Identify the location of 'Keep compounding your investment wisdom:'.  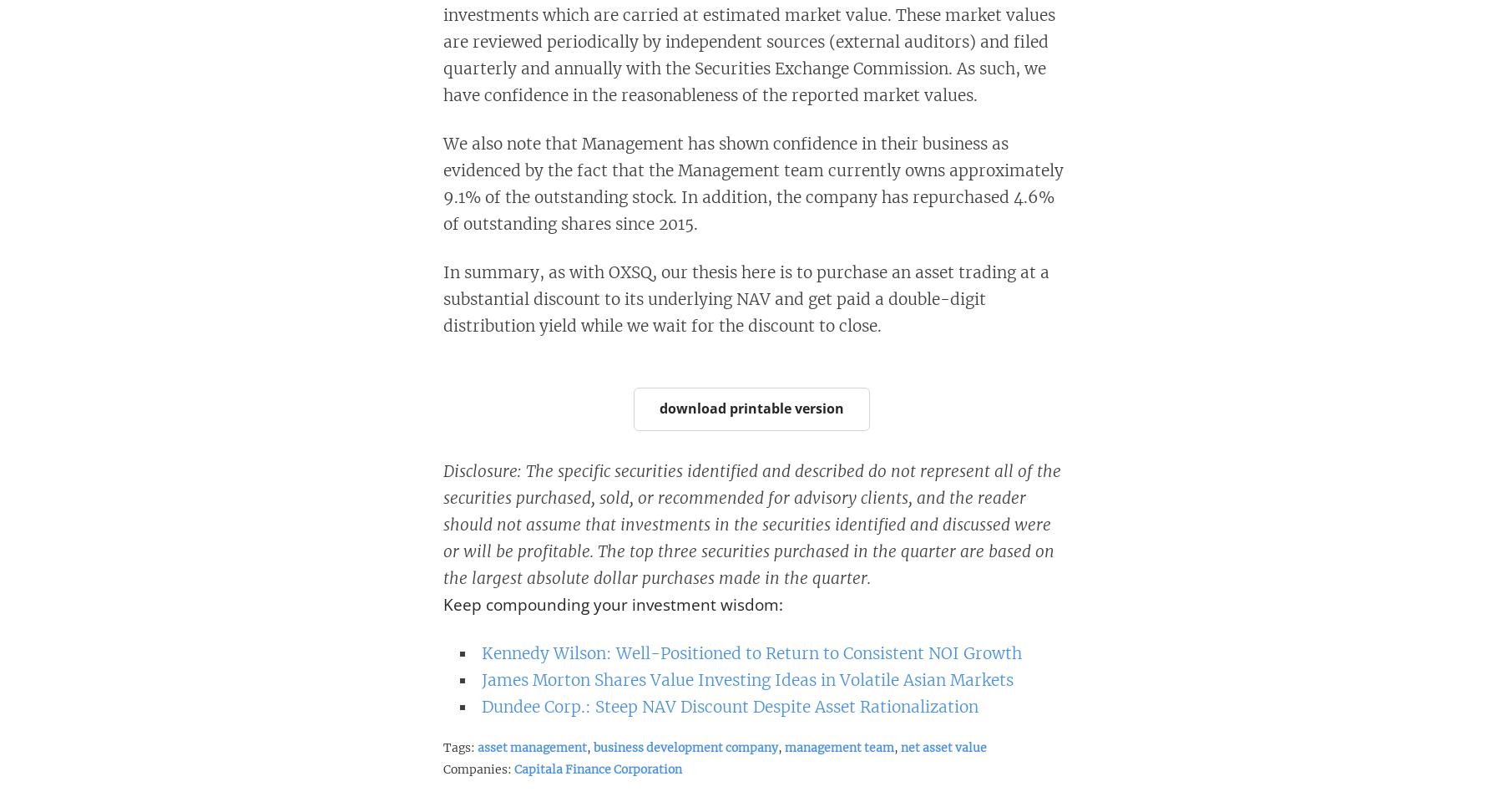
(611, 604).